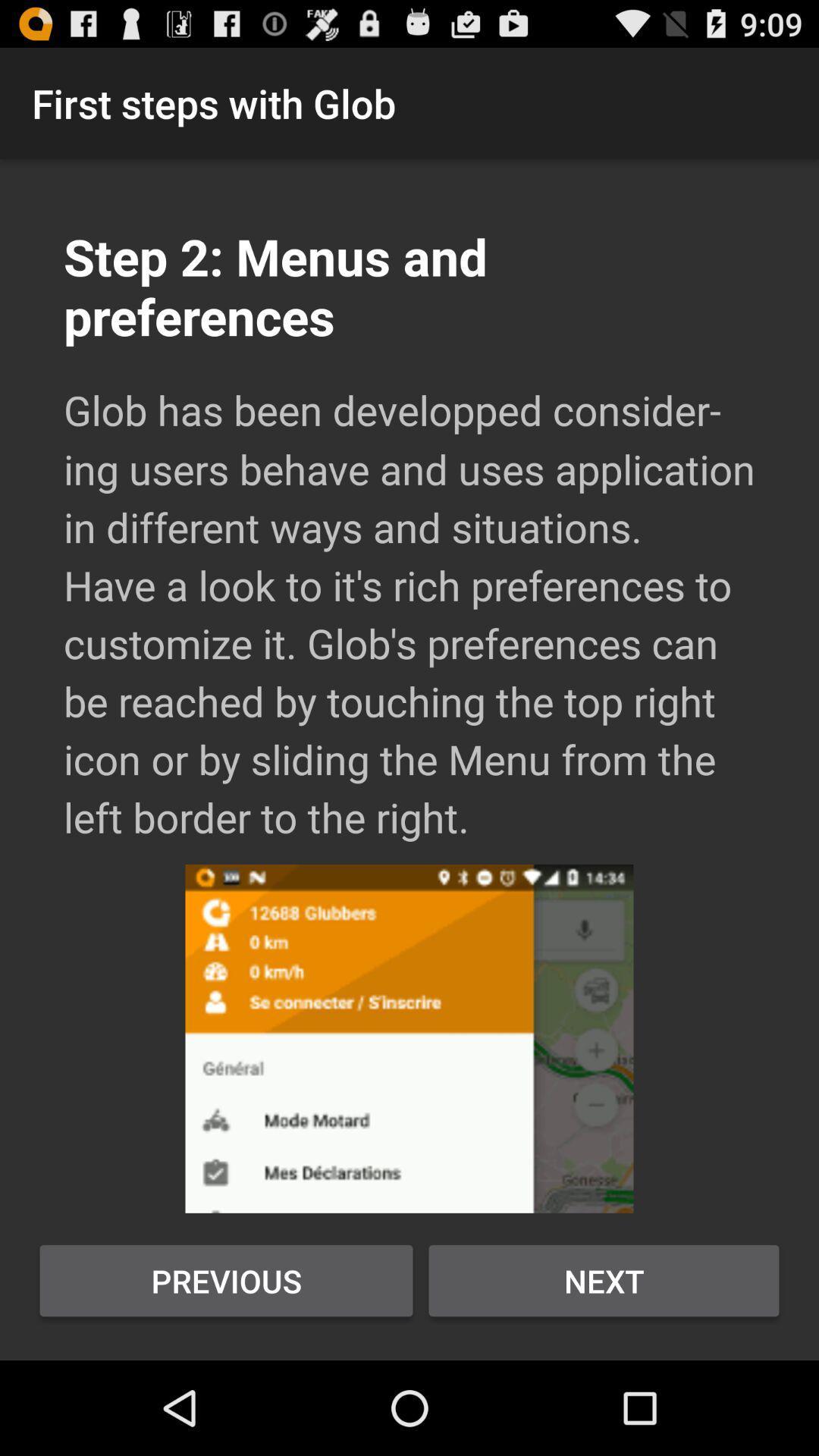 The width and height of the screenshot is (819, 1456). What do you see at coordinates (603, 1280) in the screenshot?
I see `next icon` at bounding box center [603, 1280].